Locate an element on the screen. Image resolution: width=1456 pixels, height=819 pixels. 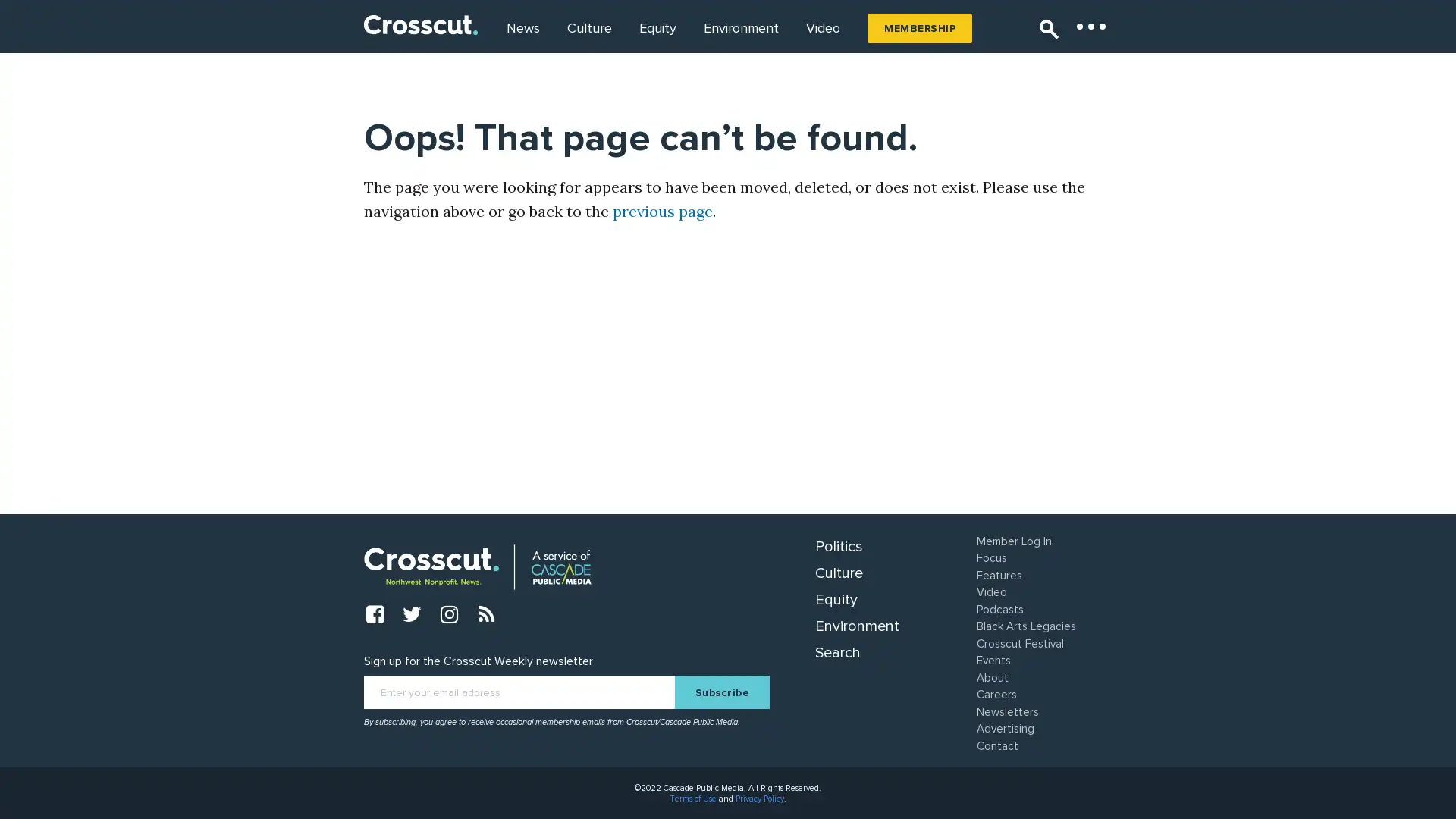
Subscribe is located at coordinates (721, 691).